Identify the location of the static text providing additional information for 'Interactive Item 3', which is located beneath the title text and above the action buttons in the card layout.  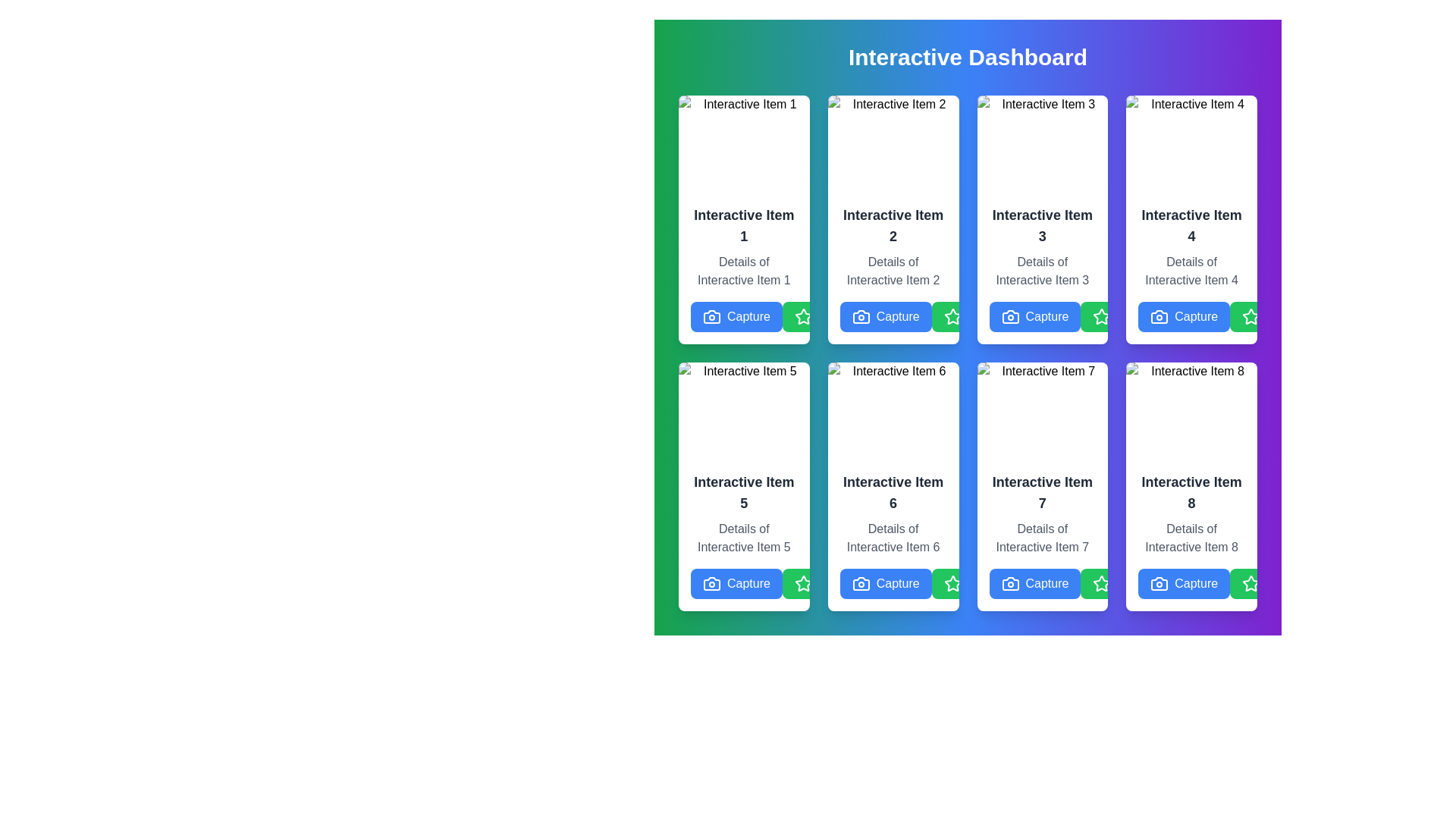
(1041, 271).